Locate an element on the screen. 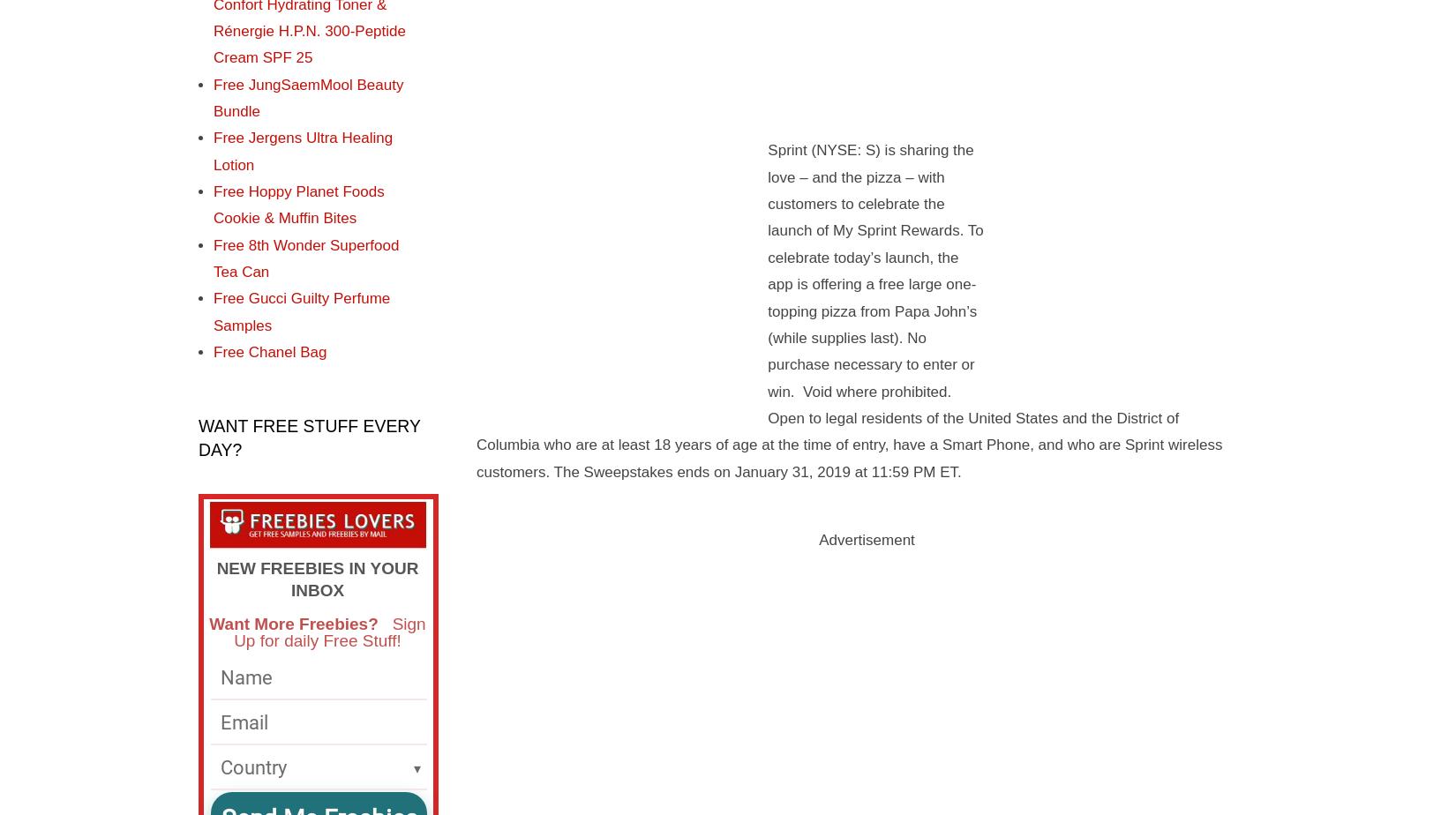  '.' is located at coordinates (958, 471).